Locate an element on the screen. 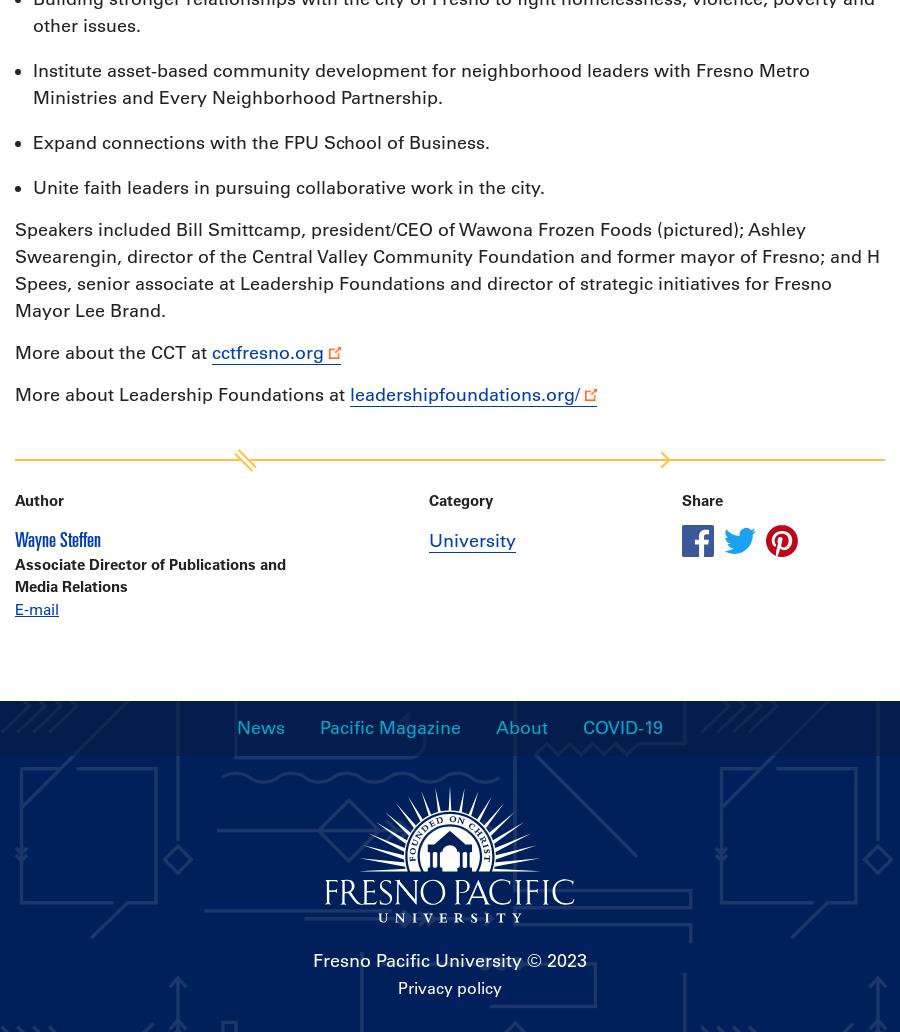 The width and height of the screenshot is (900, 1032). 'About' is located at coordinates (521, 726).